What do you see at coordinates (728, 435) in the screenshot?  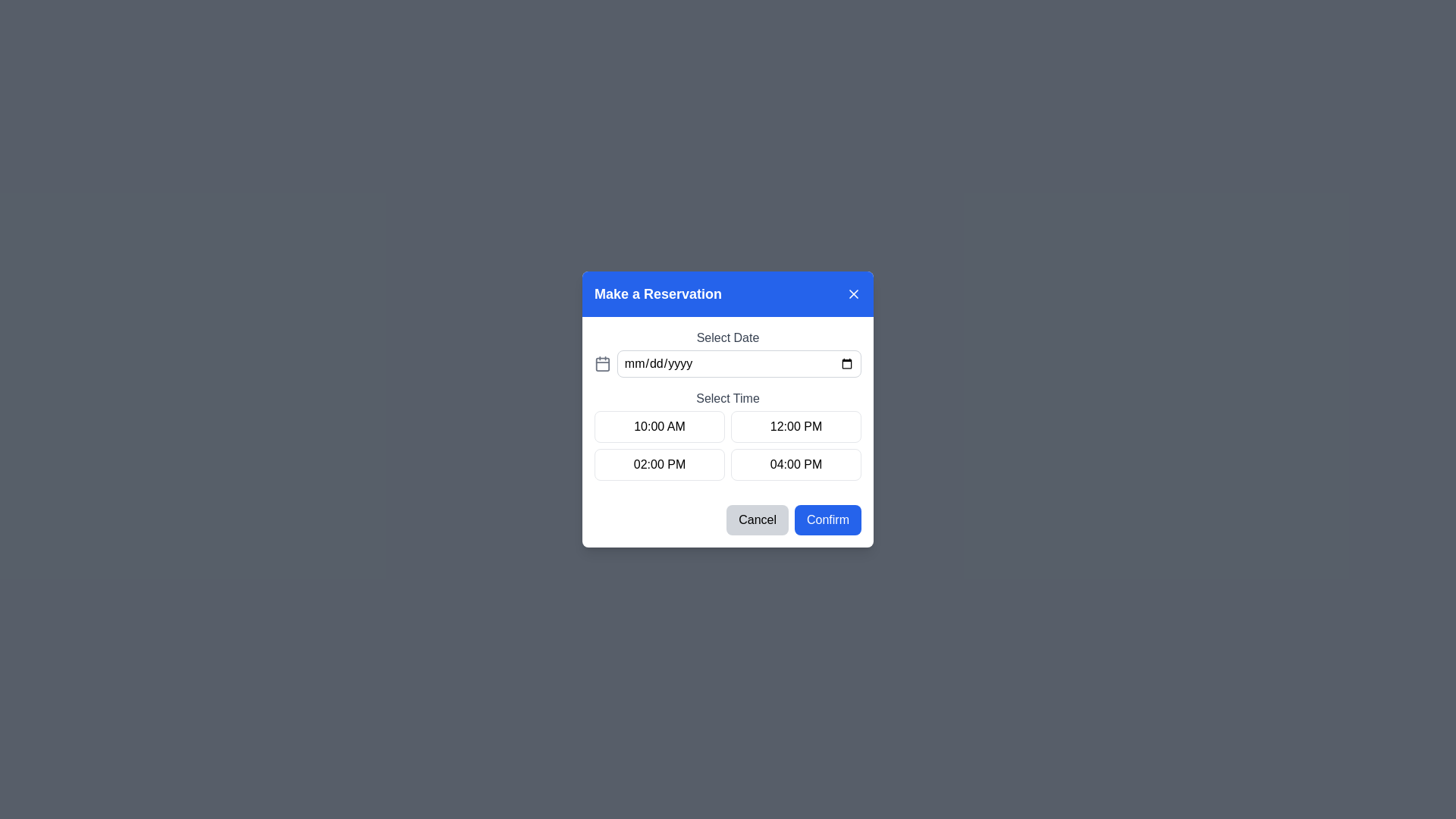 I see `the time slot button in the grid located below the 'Select Date' section within the 'Make a Reservation' modal dialog` at bounding box center [728, 435].